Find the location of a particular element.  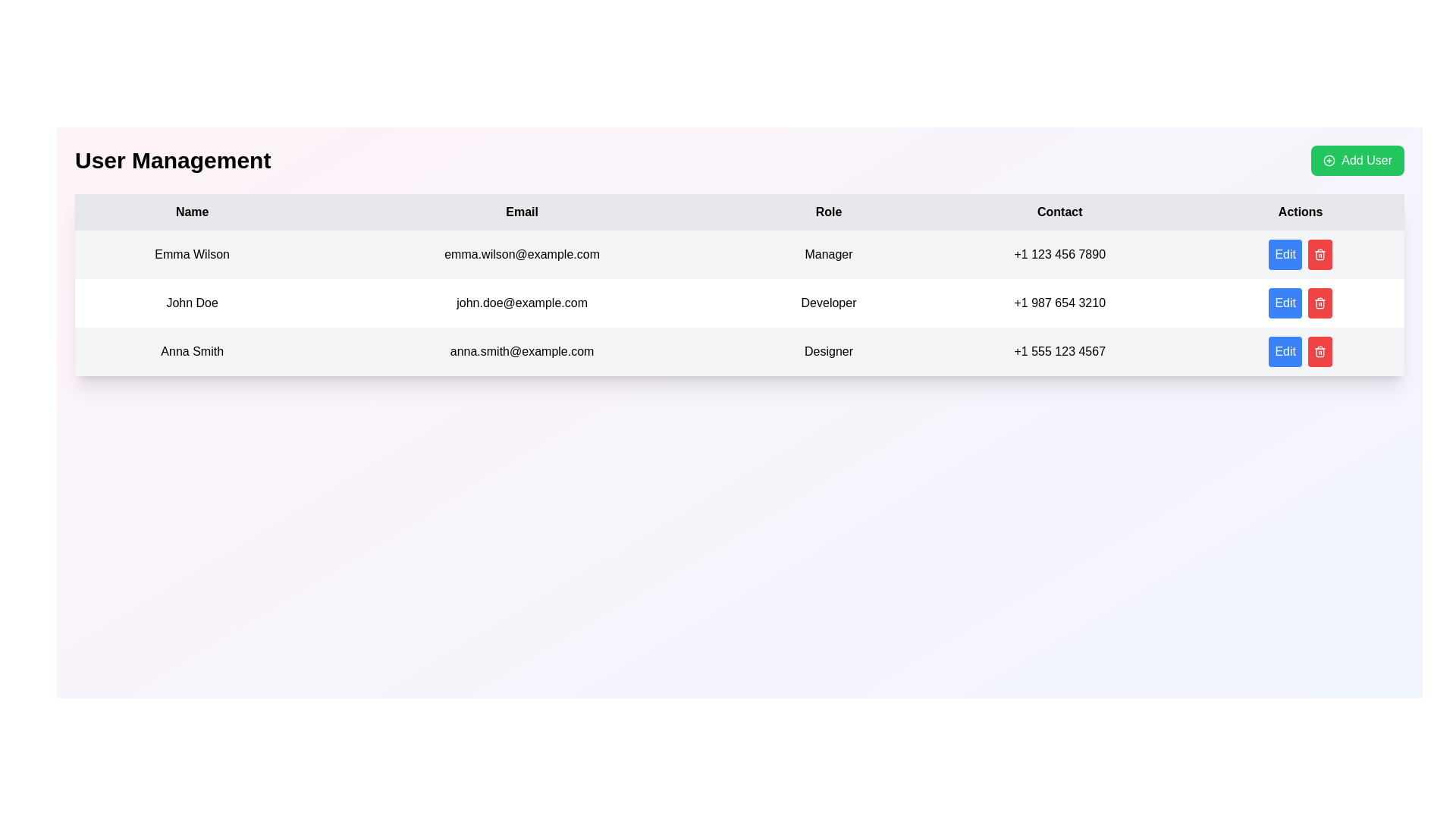

the text label displaying the professional role 'Developer' located in the third column of the second row under the header 'Role' is located at coordinates (828, 303).